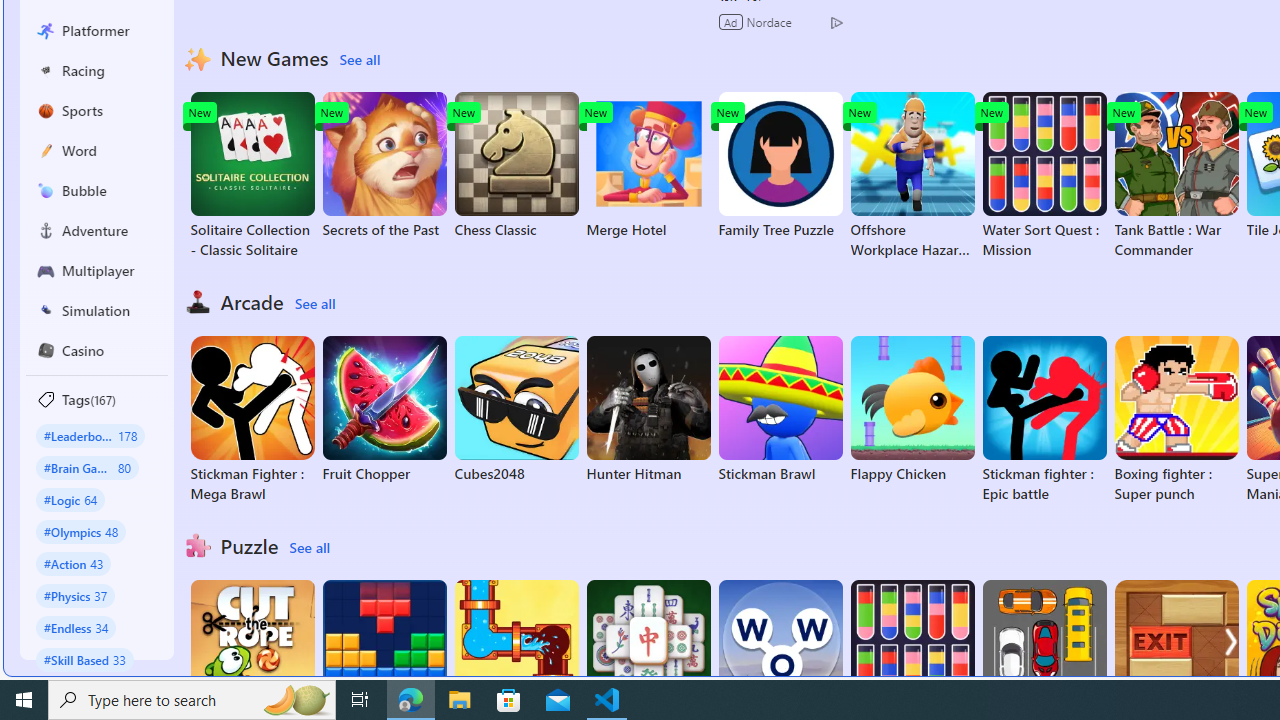 The height and width of the screenshot is (720, 1280). Describe the element at coordinates (76, 626) in the screenshot. I see `'#Endless 34'` at that location.